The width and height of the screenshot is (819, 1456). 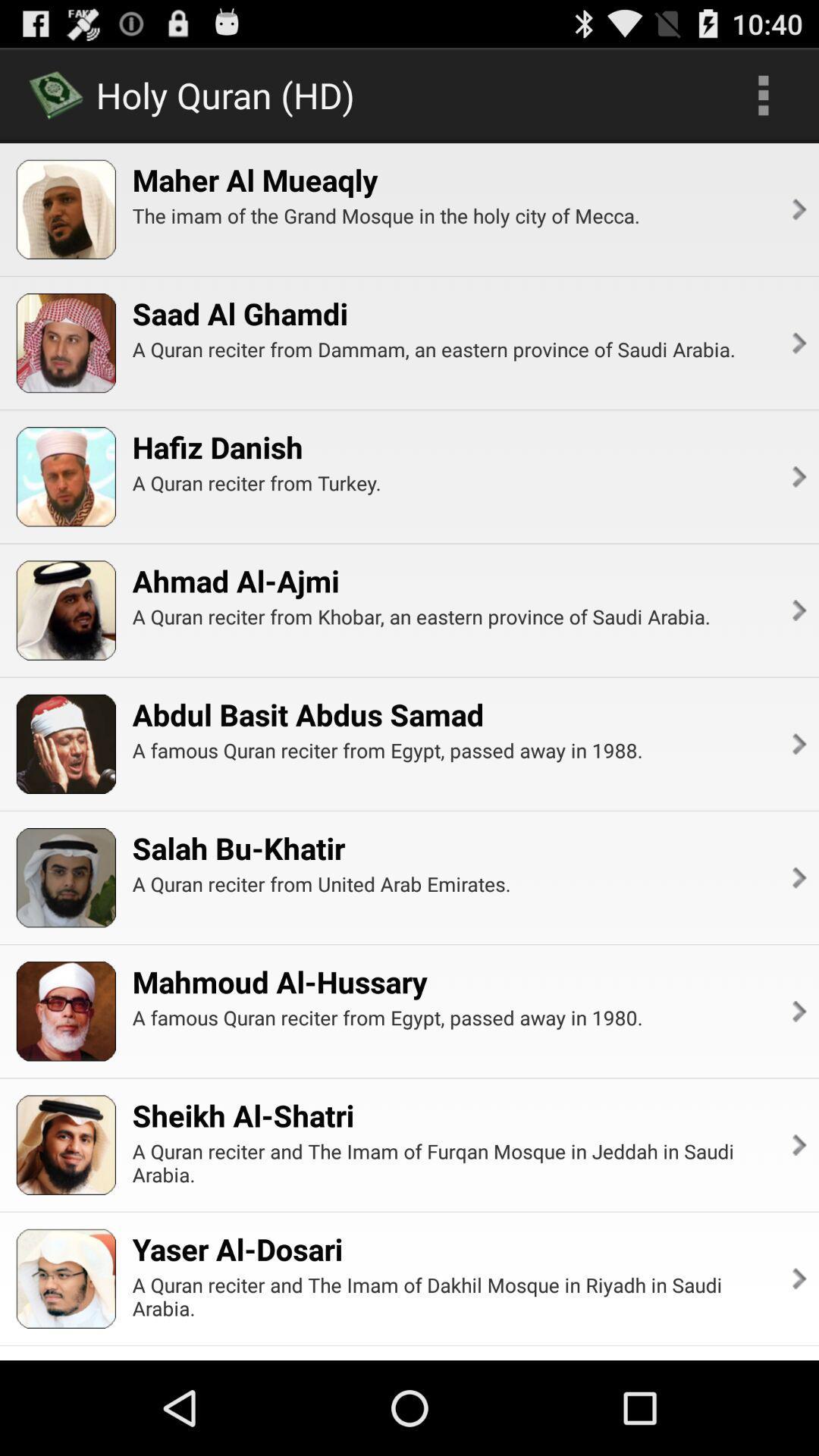 What do you see at coordinates (797, 1278) in the screenshot?
I see `the icon to the right of the a quran reciter app` at bounding box center [797, 1278].